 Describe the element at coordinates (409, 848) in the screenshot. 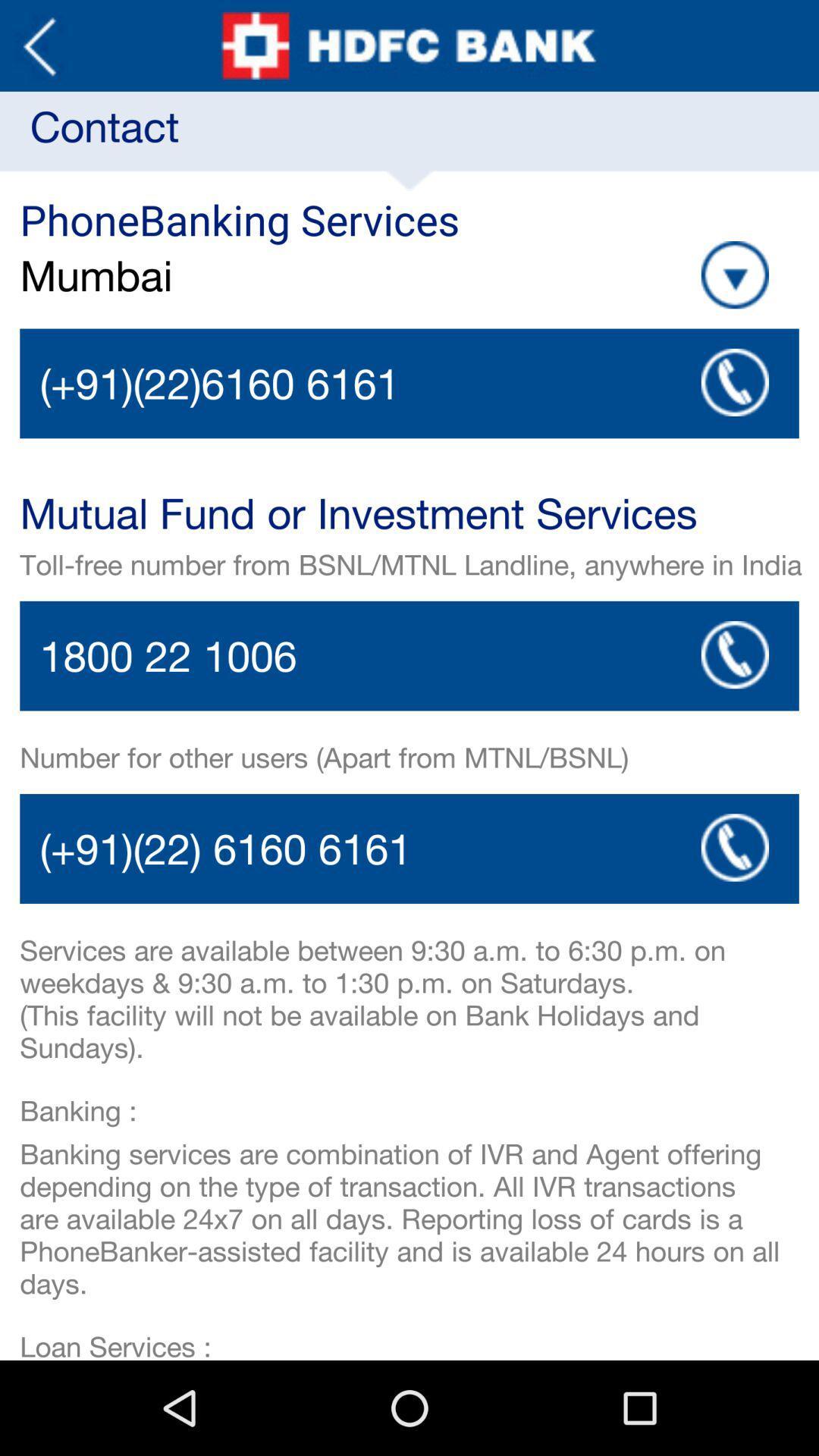

I see `call` at that location.